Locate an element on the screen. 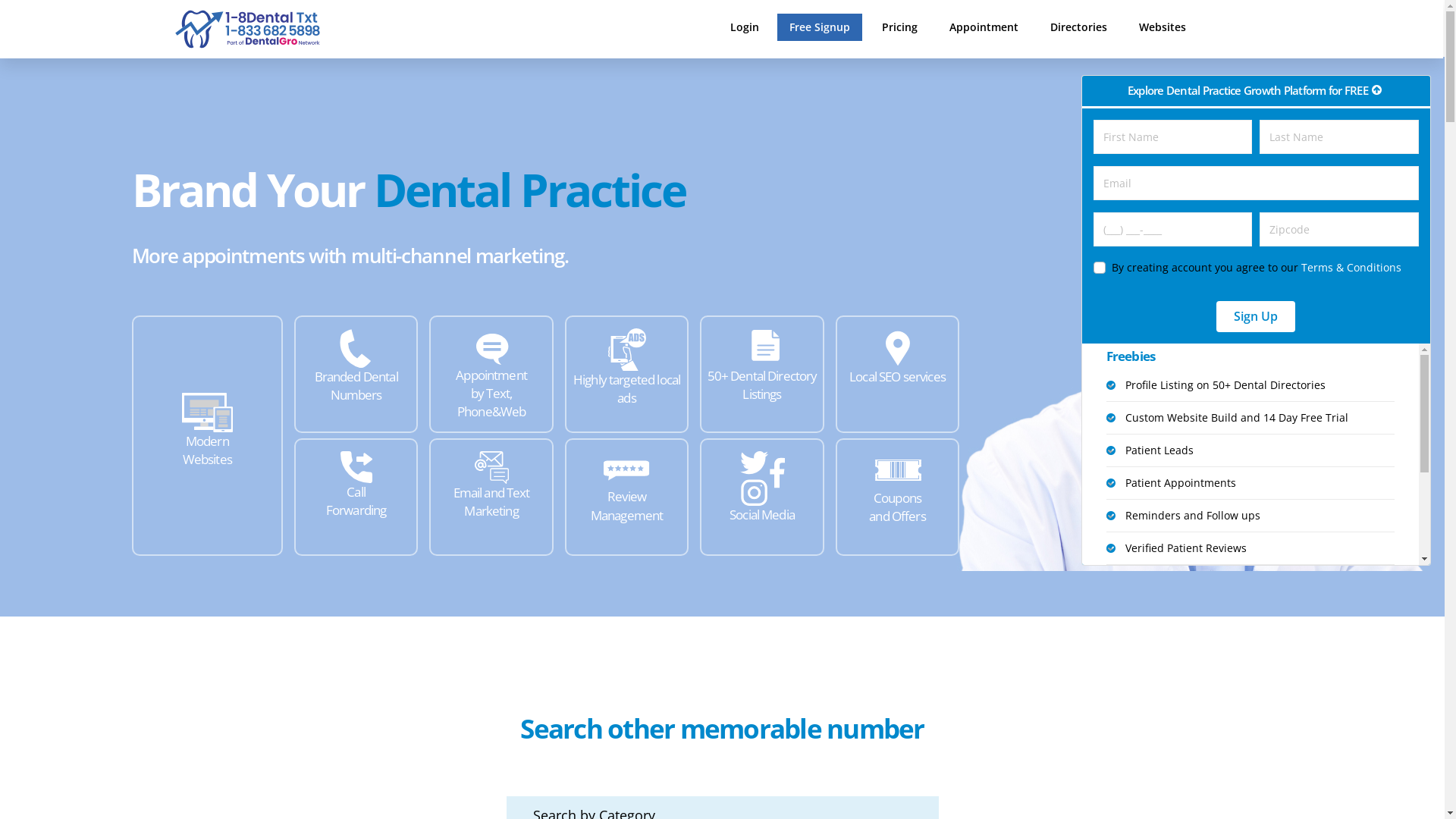 Image resolution: width=1456 pixels, height=819 pixels. 'Free Signup' is located at coordinates (818, 27).